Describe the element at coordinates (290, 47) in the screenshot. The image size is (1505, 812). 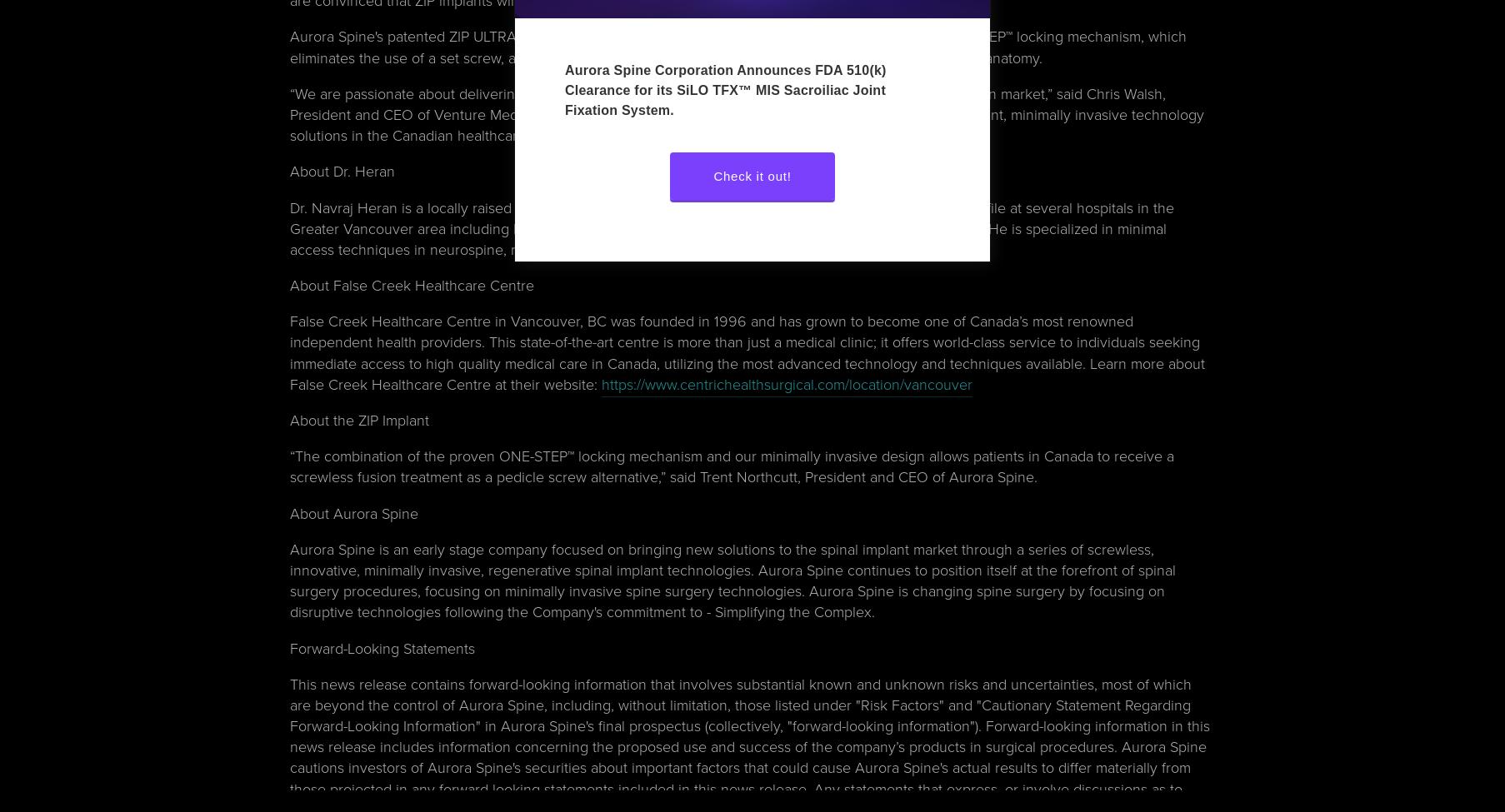
I see `'Aurora Spine's patented ZIP ULTRA MIS interspinous fixation implant for spinal fusion consists of the ONE-STEP™ locking mechanism, which eliminates the use of a set screw, articulating spikes and various sizes to accommodate variations in patient anatomy.'` at that location.